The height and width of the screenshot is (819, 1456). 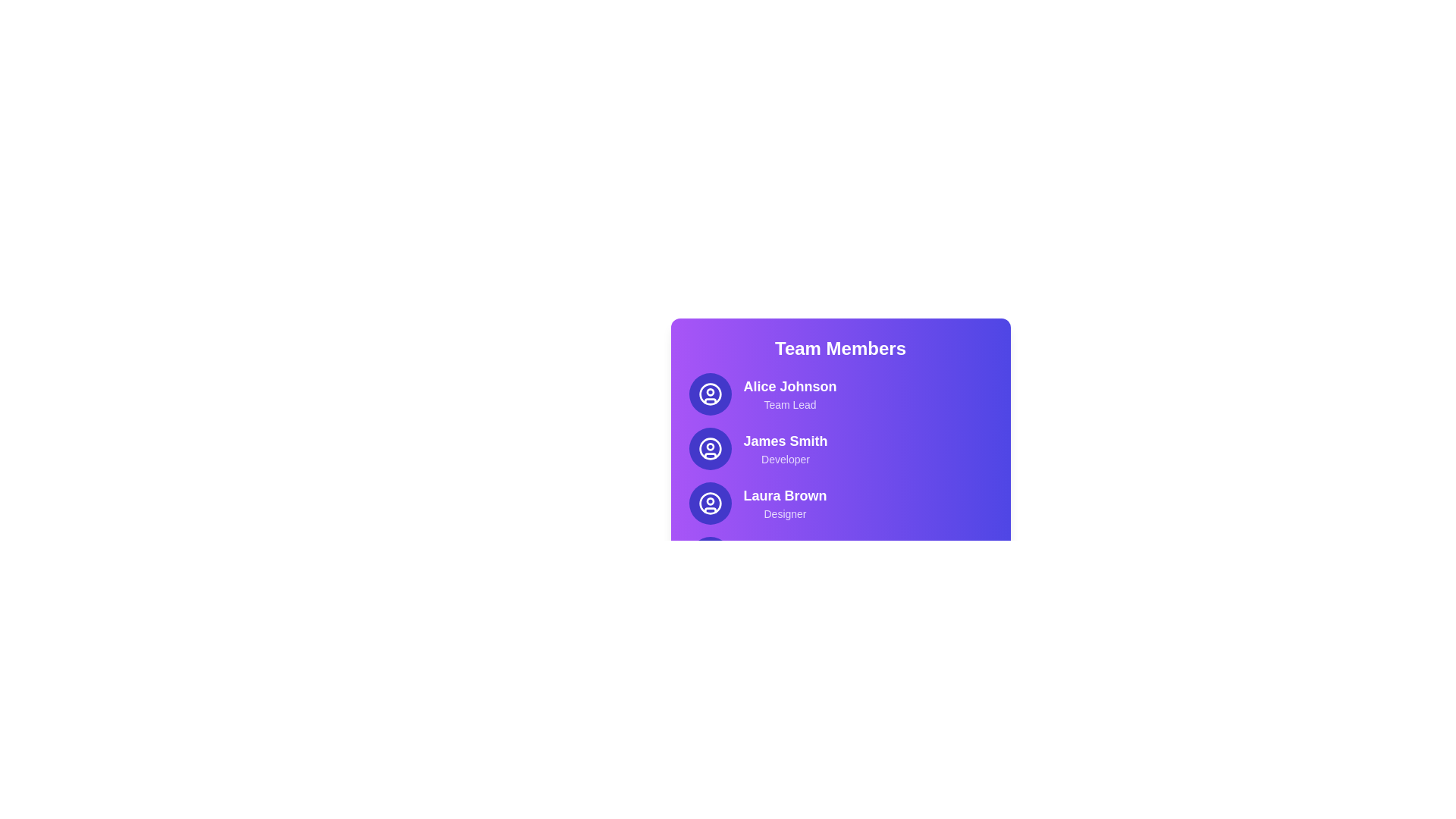 I want to click on the third SVG-based graphical icon representing a team member in the vertical list, so click(x=709, y=503).